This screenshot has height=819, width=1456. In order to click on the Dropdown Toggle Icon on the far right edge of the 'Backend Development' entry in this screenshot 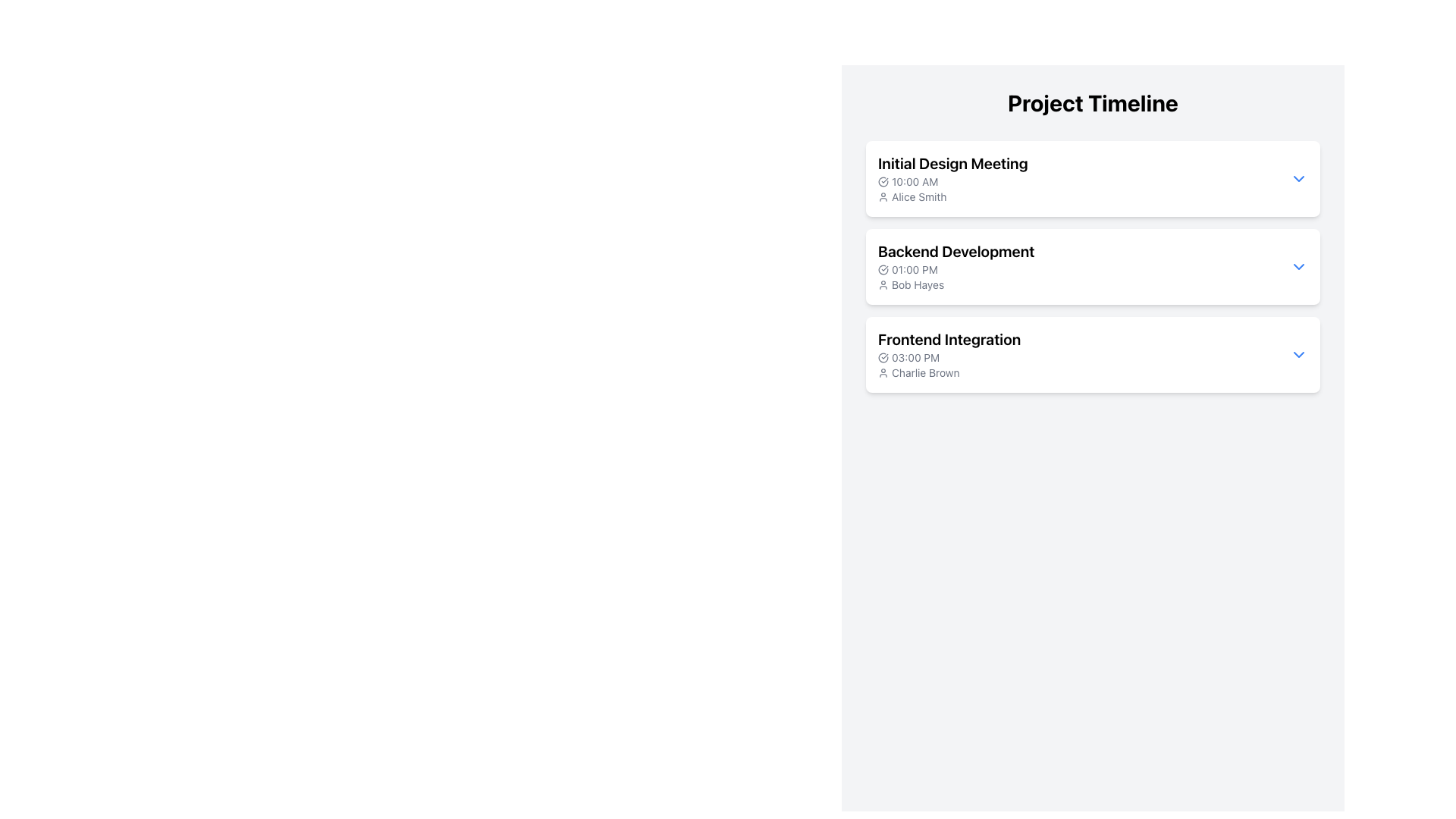, I will do `click(1298, 265)`.